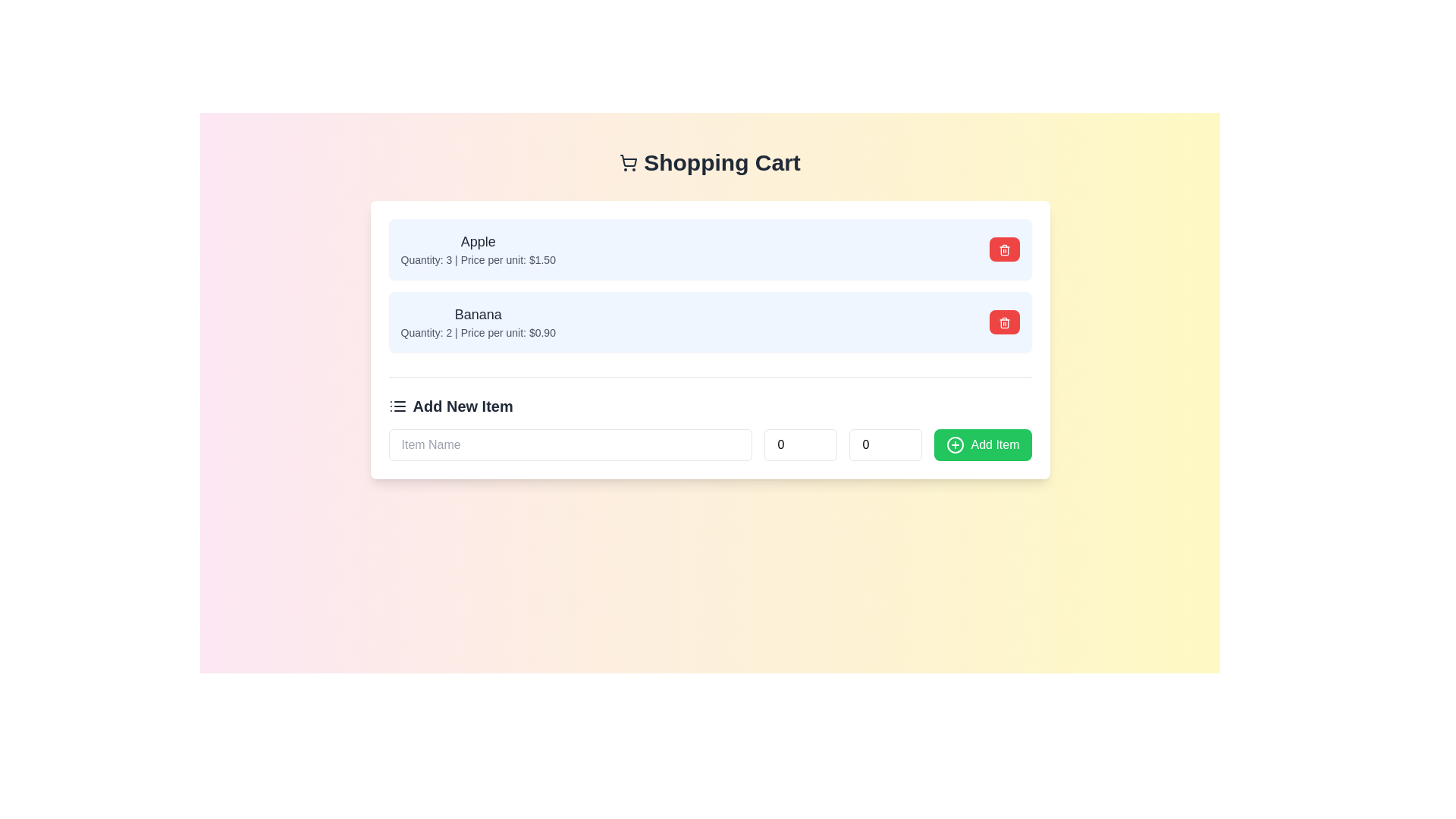  I want to click on the 'Add Item' button with a green background and white text, so click(983, 444).